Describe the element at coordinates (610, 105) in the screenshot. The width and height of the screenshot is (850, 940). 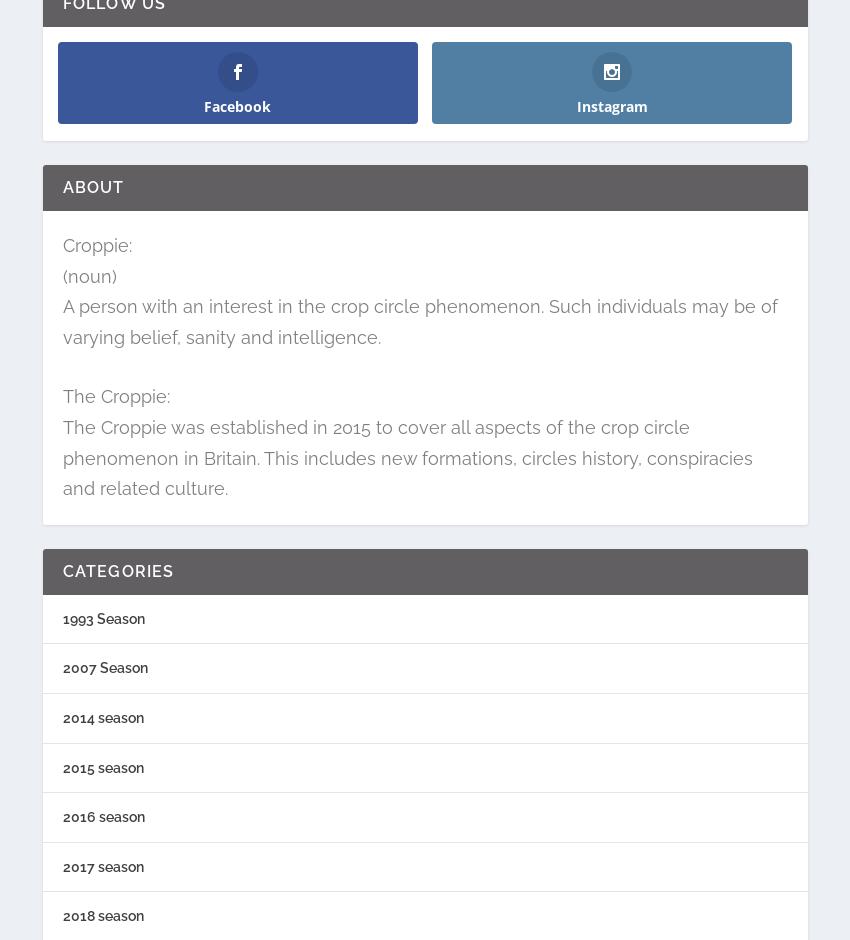
I see `'Instagram'` at that location.